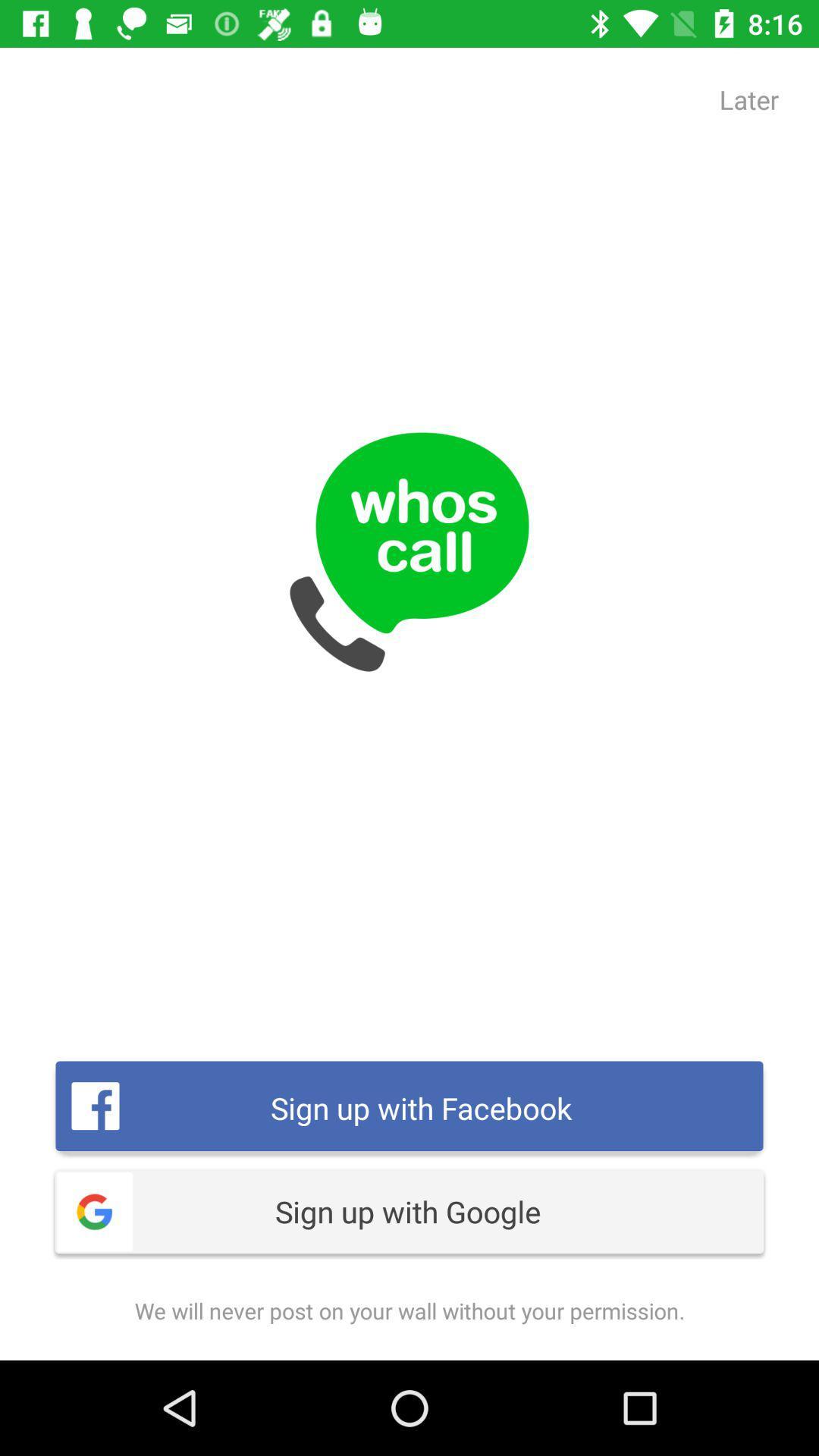  Describe the element at coordinates (748, 99) in the screenshot. I see `later app` at that location.